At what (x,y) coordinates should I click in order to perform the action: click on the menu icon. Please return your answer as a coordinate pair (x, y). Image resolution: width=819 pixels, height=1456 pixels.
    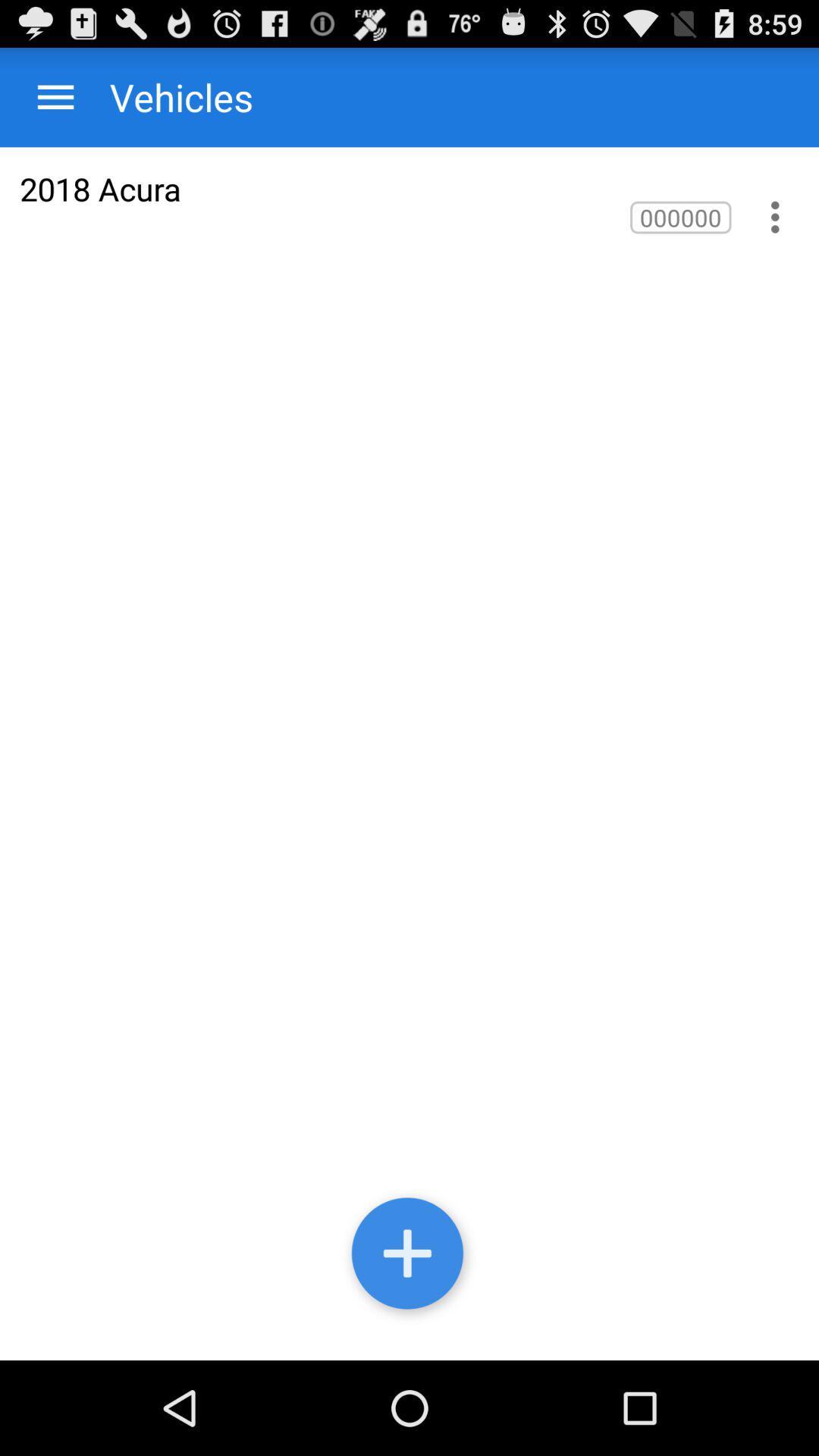
    Looking at the image, I should click on (55, 103).